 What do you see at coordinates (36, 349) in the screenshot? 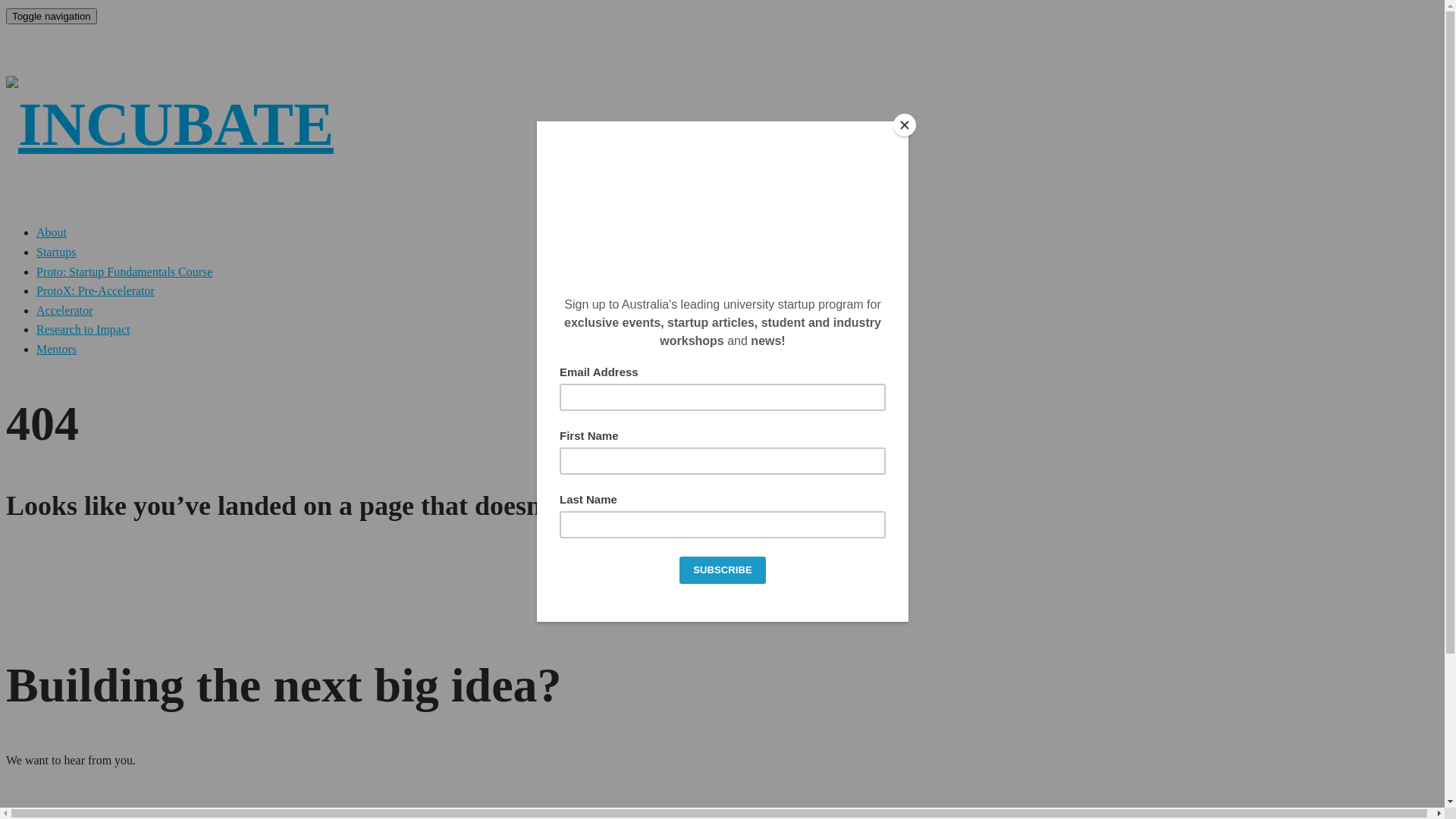
I see `'Mentors'` at bounding box center [36, 349].